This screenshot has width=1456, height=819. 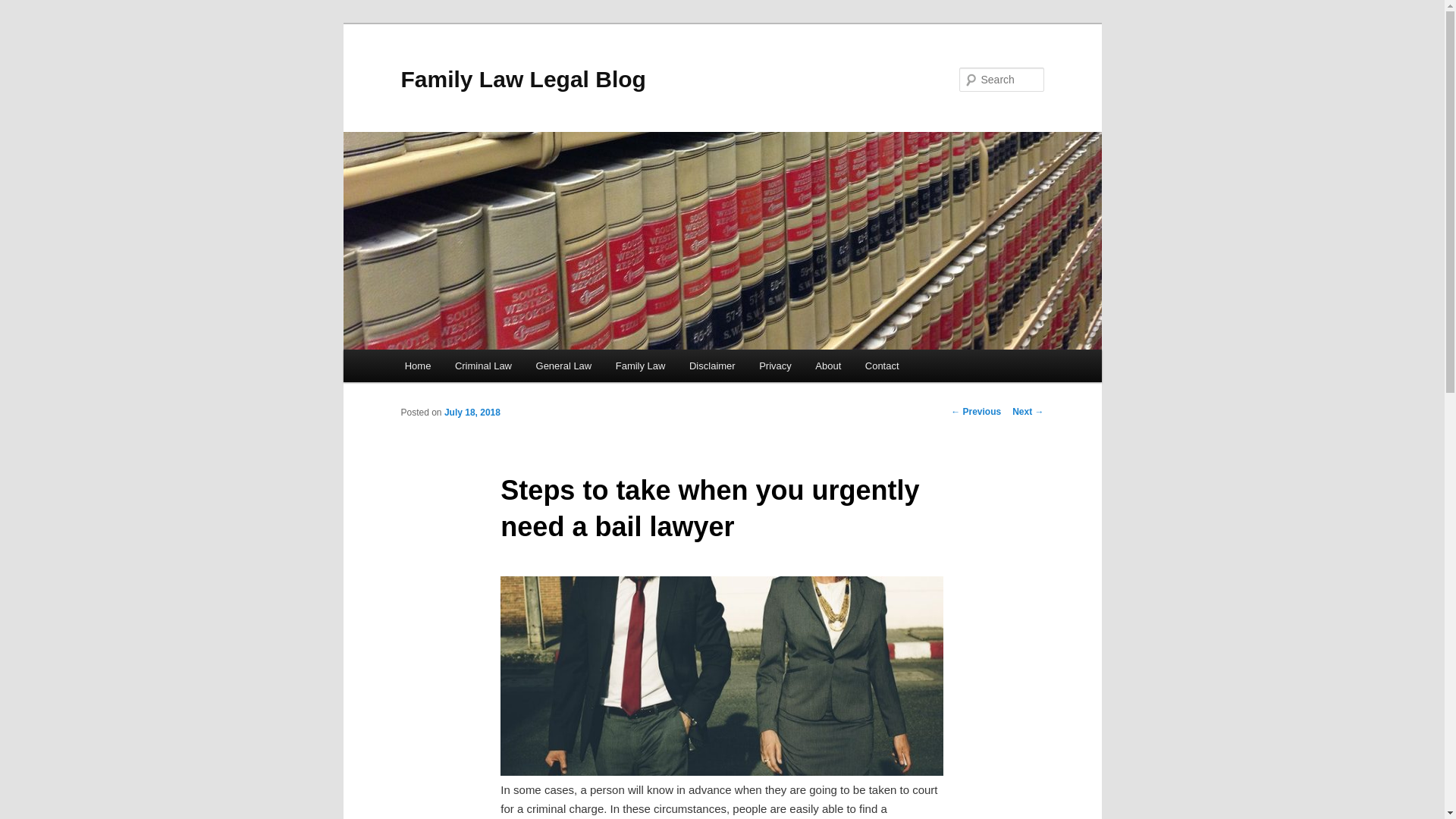 I want to click on 'Search', so click(x=24, y=8).